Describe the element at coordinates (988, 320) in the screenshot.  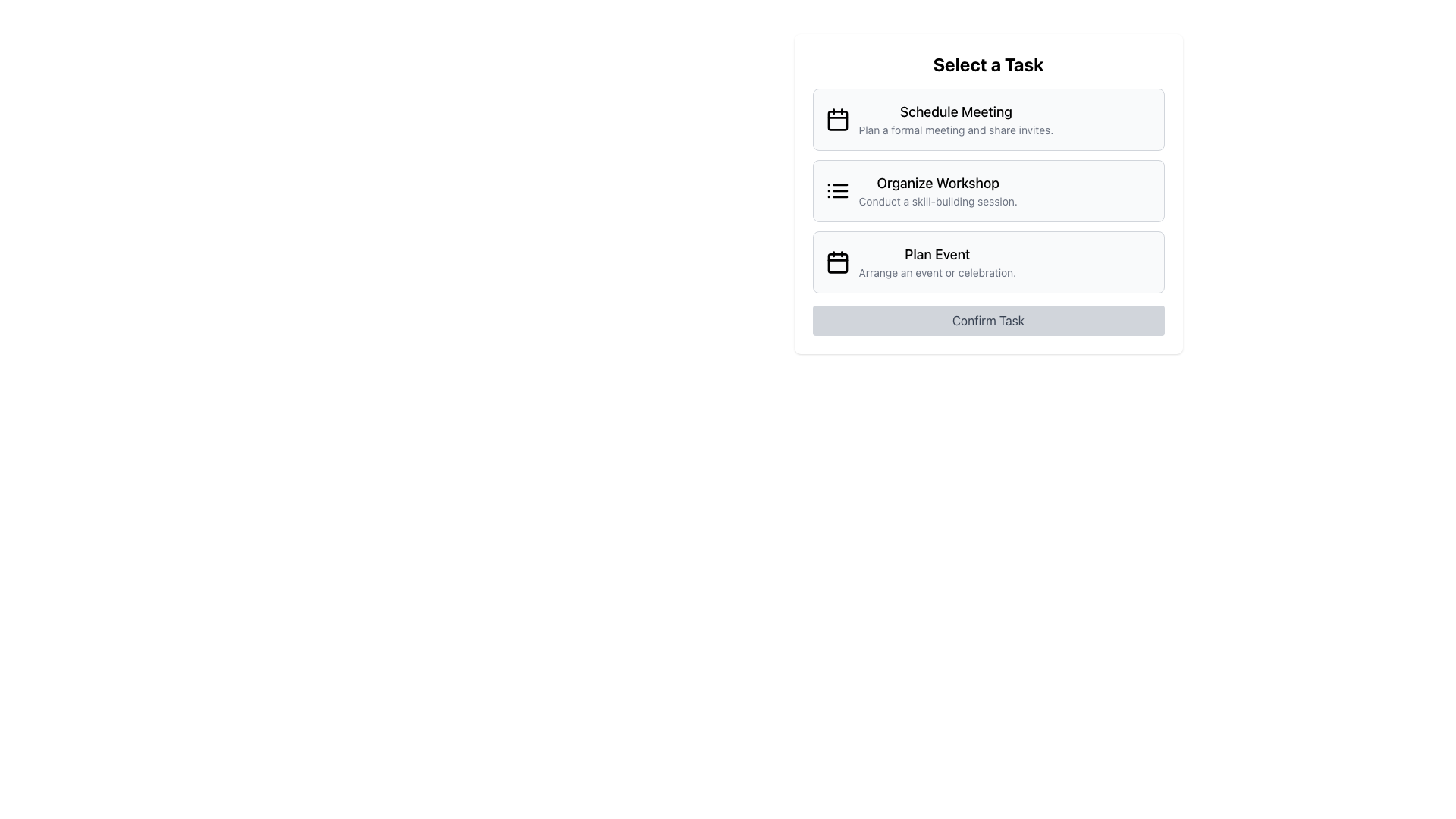
I see `the 'Confirm Task' button, which is a rectangular button with rounded edges, located at the bottom of the card-like UI, below the task options` at that location.